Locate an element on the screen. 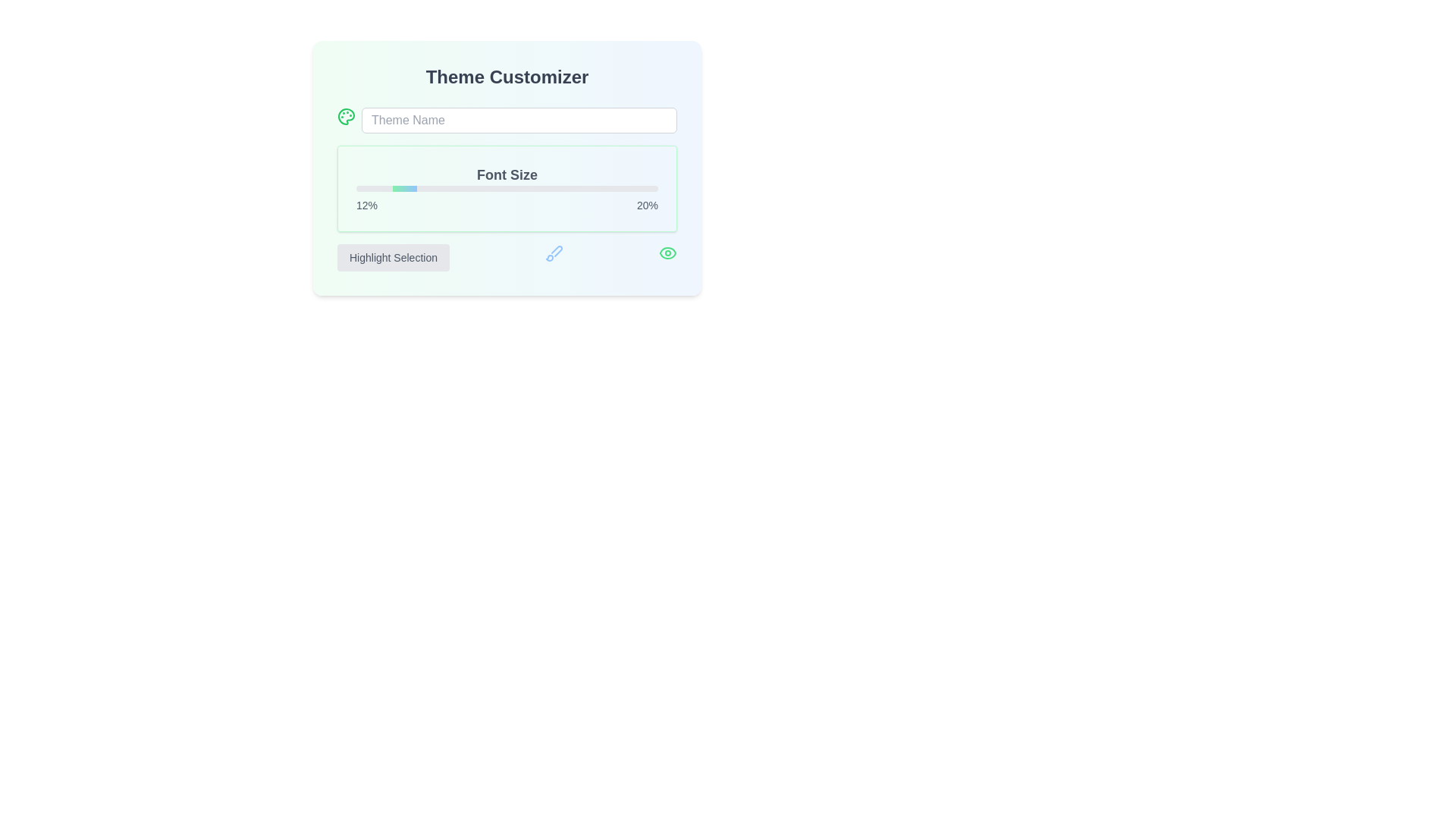 This screenshot has height=819, width=1456. the text label displaying '12%' and '20%' percentages, located below the slider in the 'Font Size' section is located at coordinates (507, 205).